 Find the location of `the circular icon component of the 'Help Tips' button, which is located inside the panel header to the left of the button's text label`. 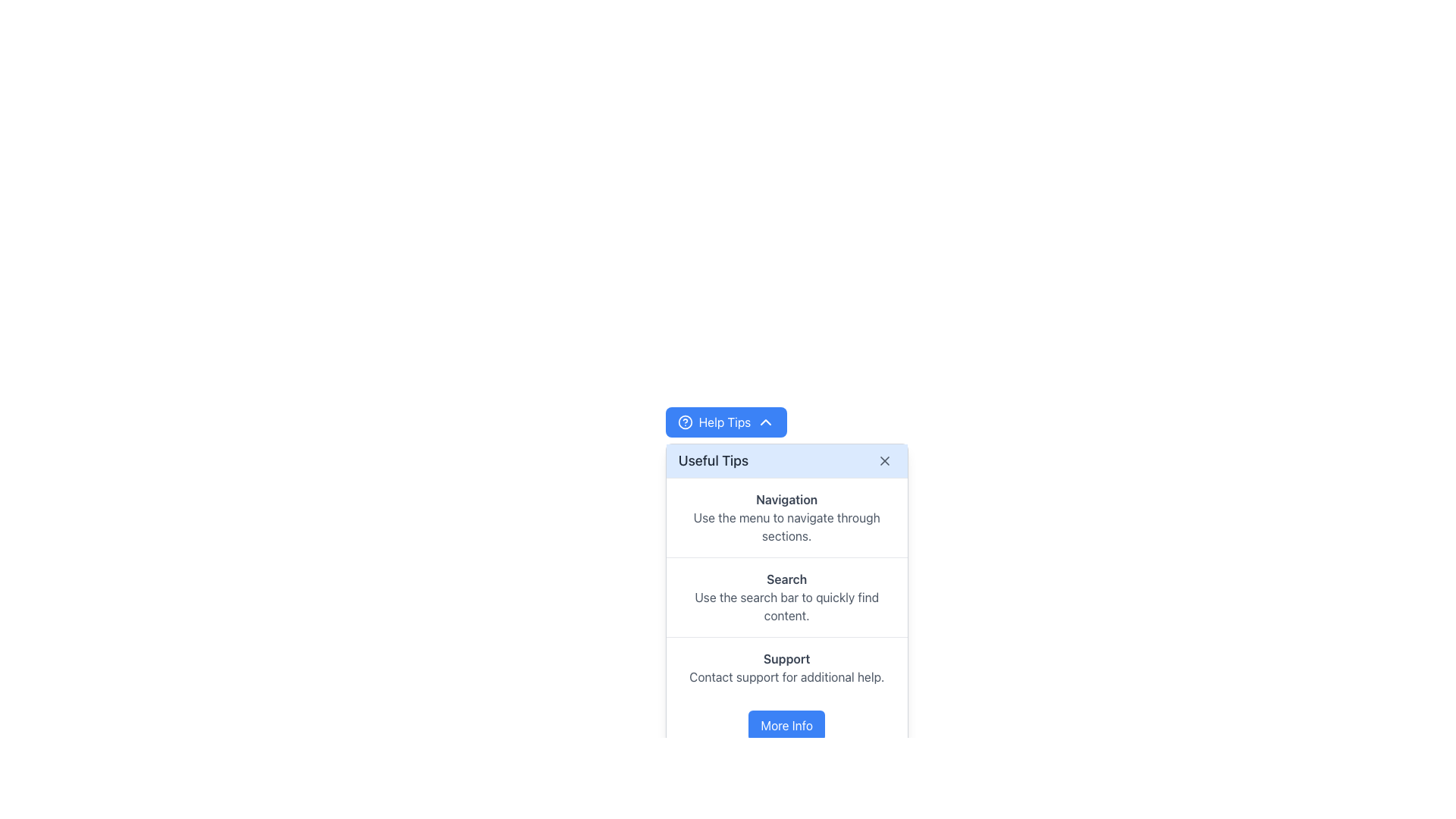

the circular icon component of the 'Help Tips' button, which is located inside the panel header to the left of the button's text label is located at coordinates (684, 422).